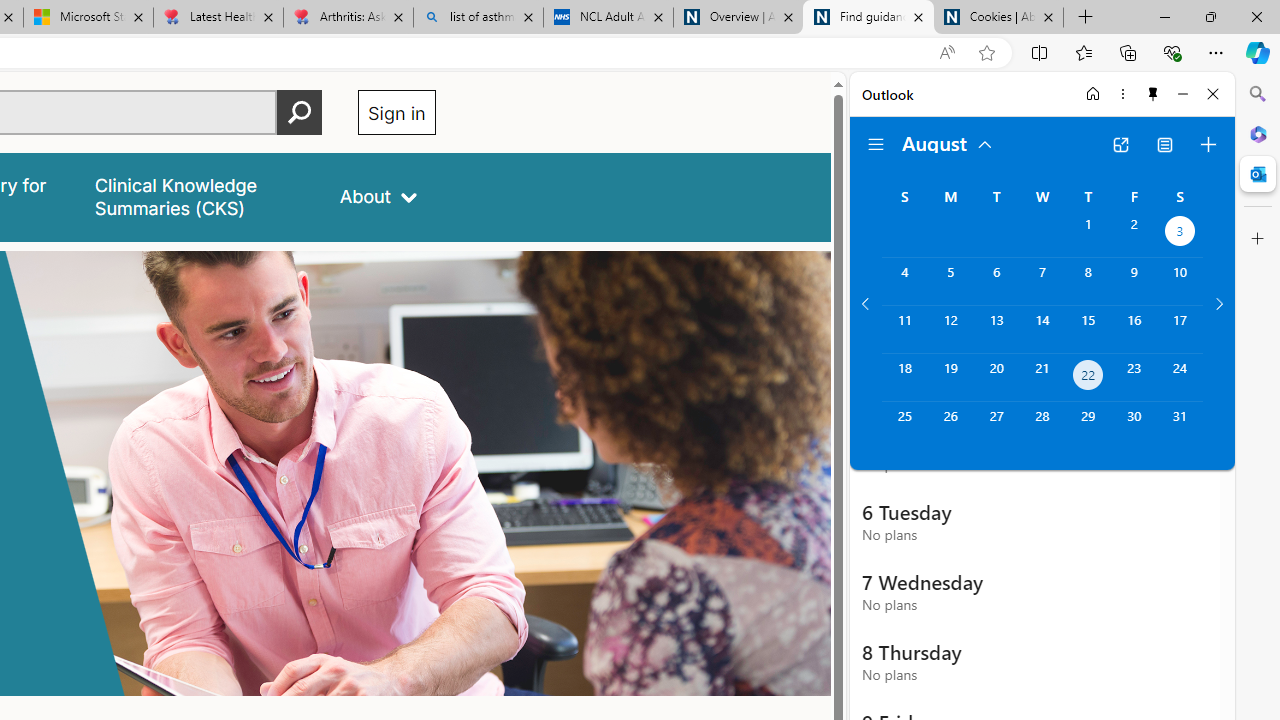 The width and height of the screenshot is (1280, 720). What do you see at coordinates (949, 281) in the screenshot?
I see `'Monday, August 5, 2024. '` at bounding box center [949, 281].